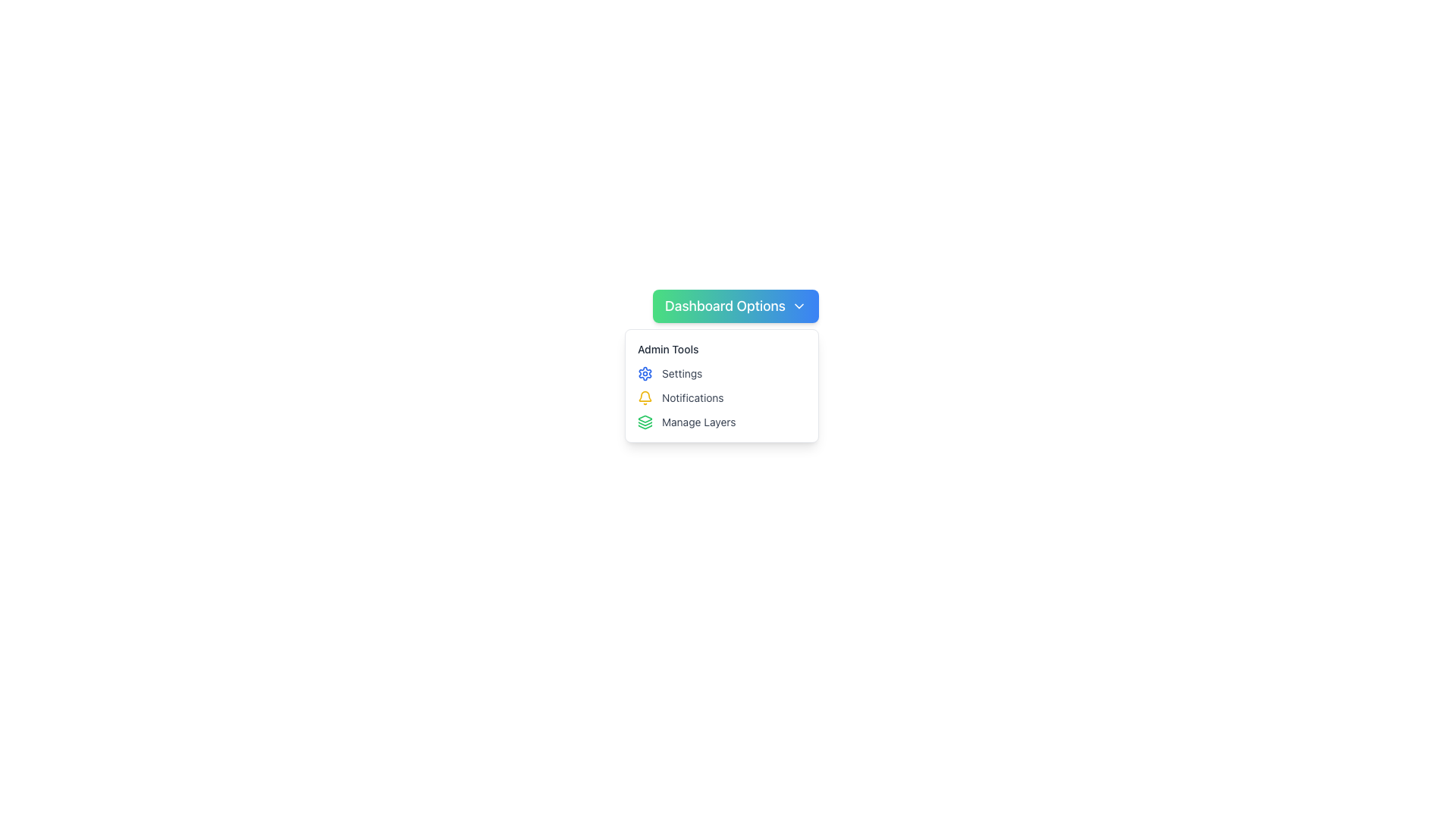 The width and height of the screenshot is (1456, 819). I want to click on the 'Manage Layers' icon that visually represents the option in the dropdown menu, located at the far left of the 'Manage Layers' section, so click(645, 422).